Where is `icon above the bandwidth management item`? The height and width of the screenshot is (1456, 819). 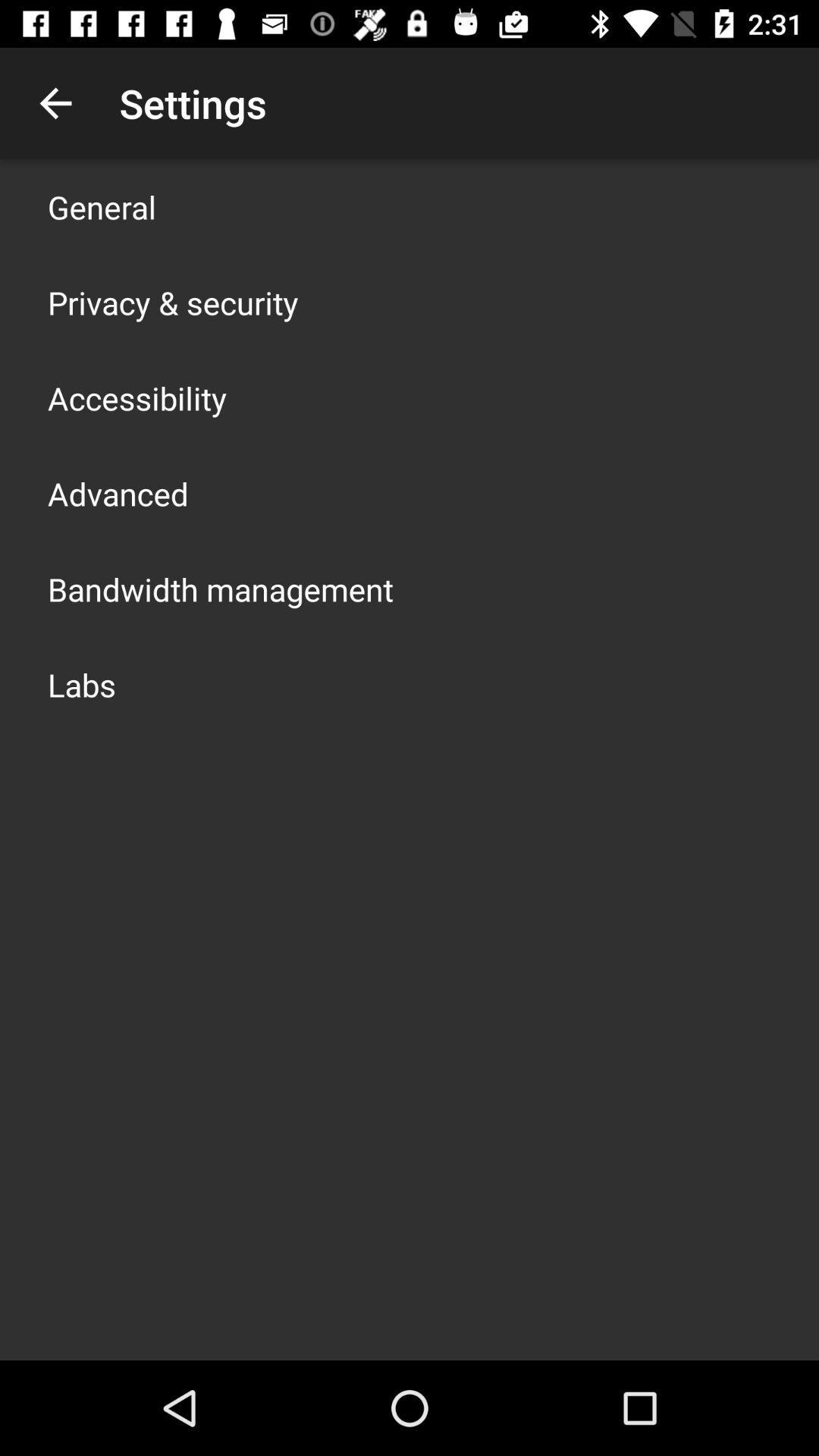 icon above the bandwidth management item is located at coordinates (117, 494).